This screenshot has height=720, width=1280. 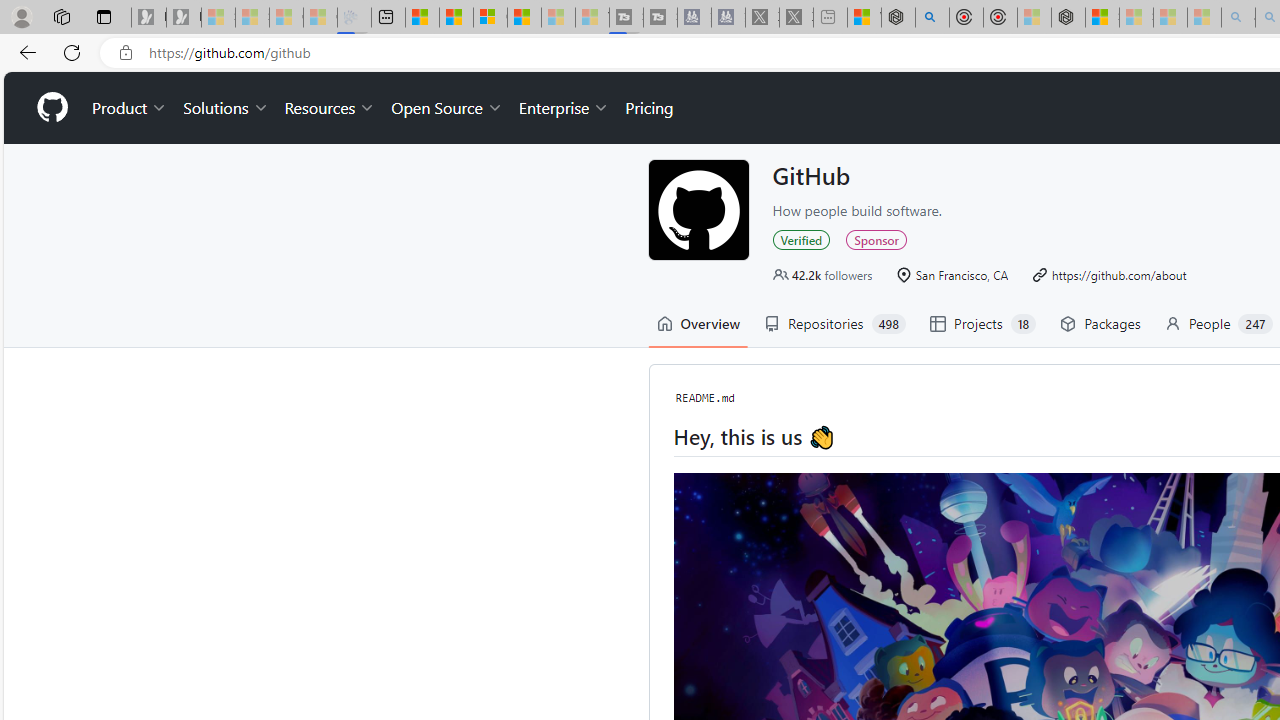 I want to click on 'Resources', so click(x=330, y=108).